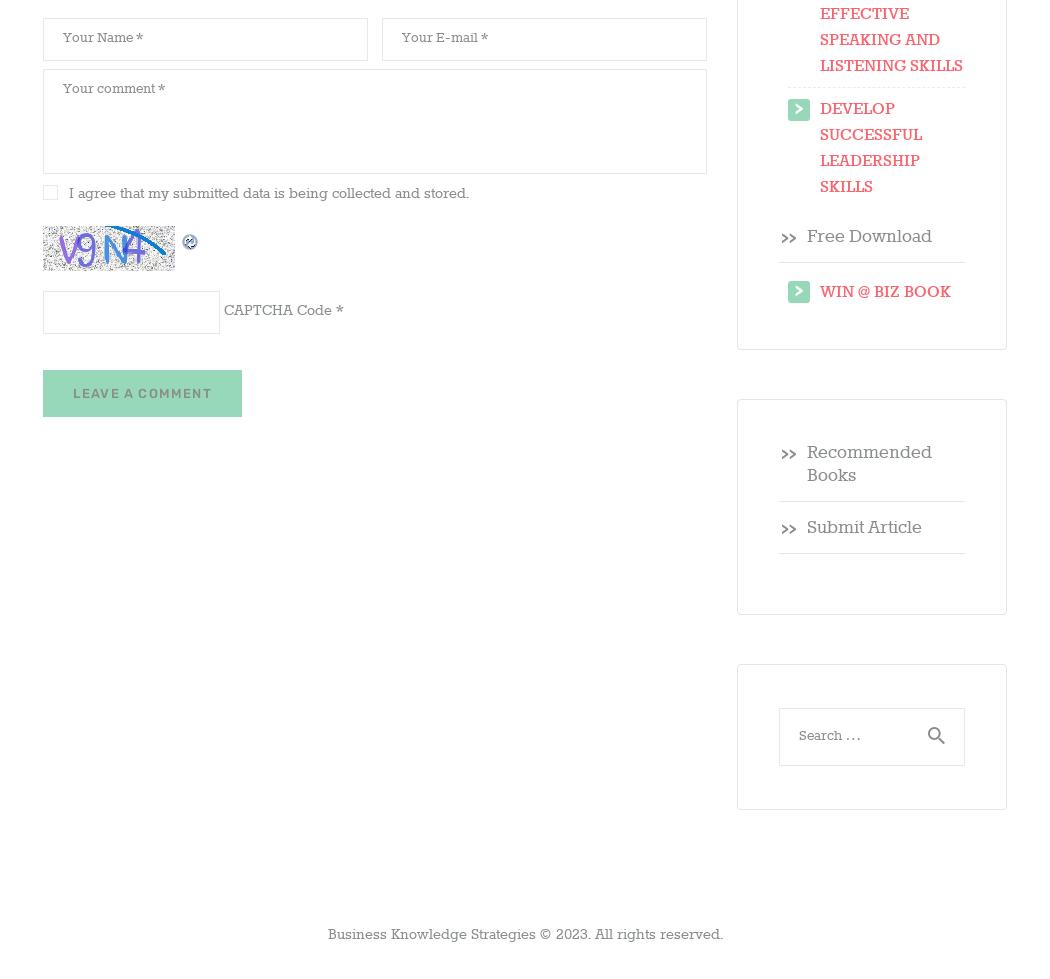 Image resolution: width=1050 pixels, height=979 pixels. I want to click on 'Submit Article', so click(862, 527).